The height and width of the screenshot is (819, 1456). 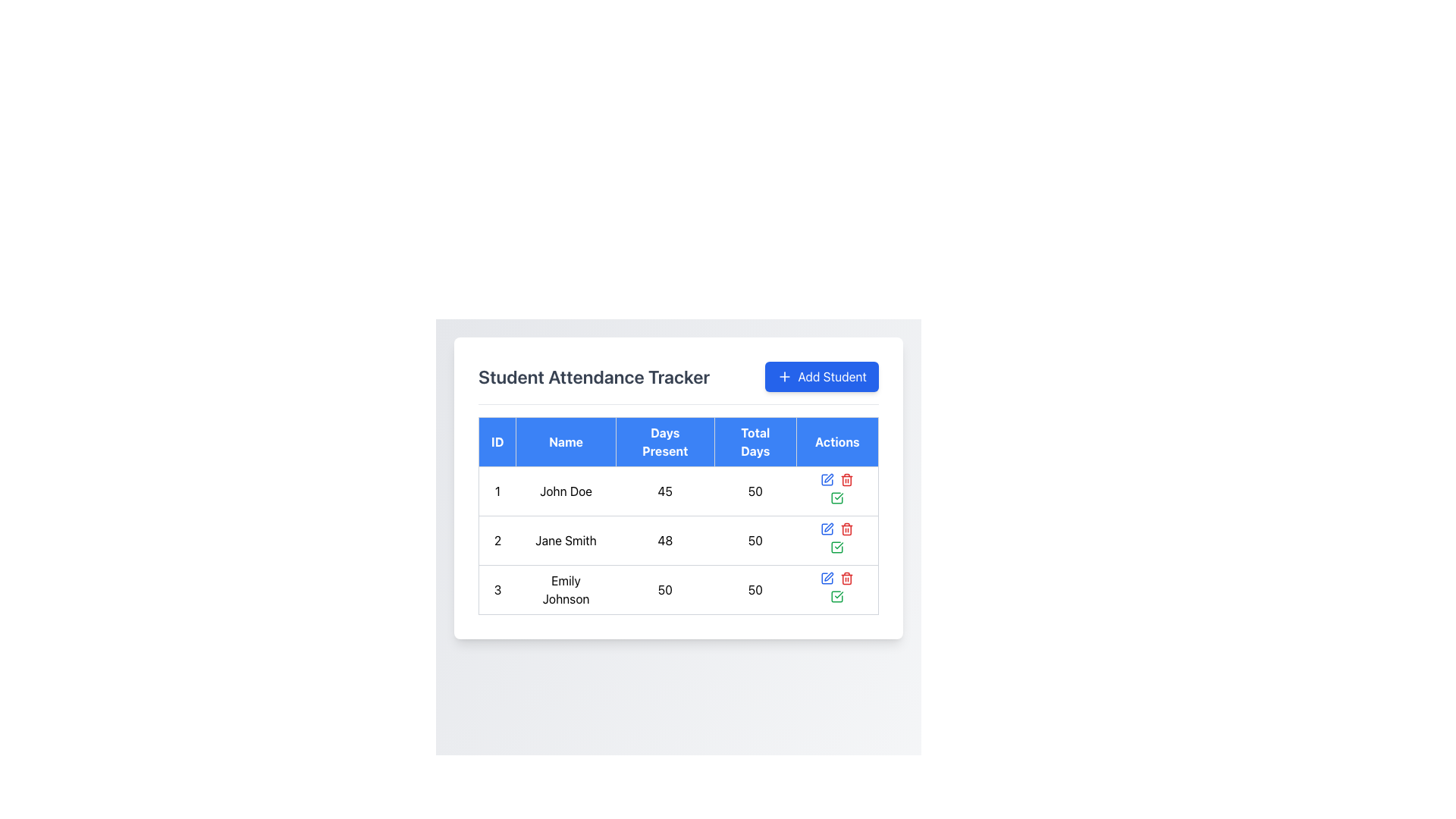 What do you see at coordinates (565, 441) in the screenshot?
I see `the Table Header Cell labeled 'Name' which is the second cell in the header row of the table, featuring white text on a blue background` at bounding box center [565, 441].